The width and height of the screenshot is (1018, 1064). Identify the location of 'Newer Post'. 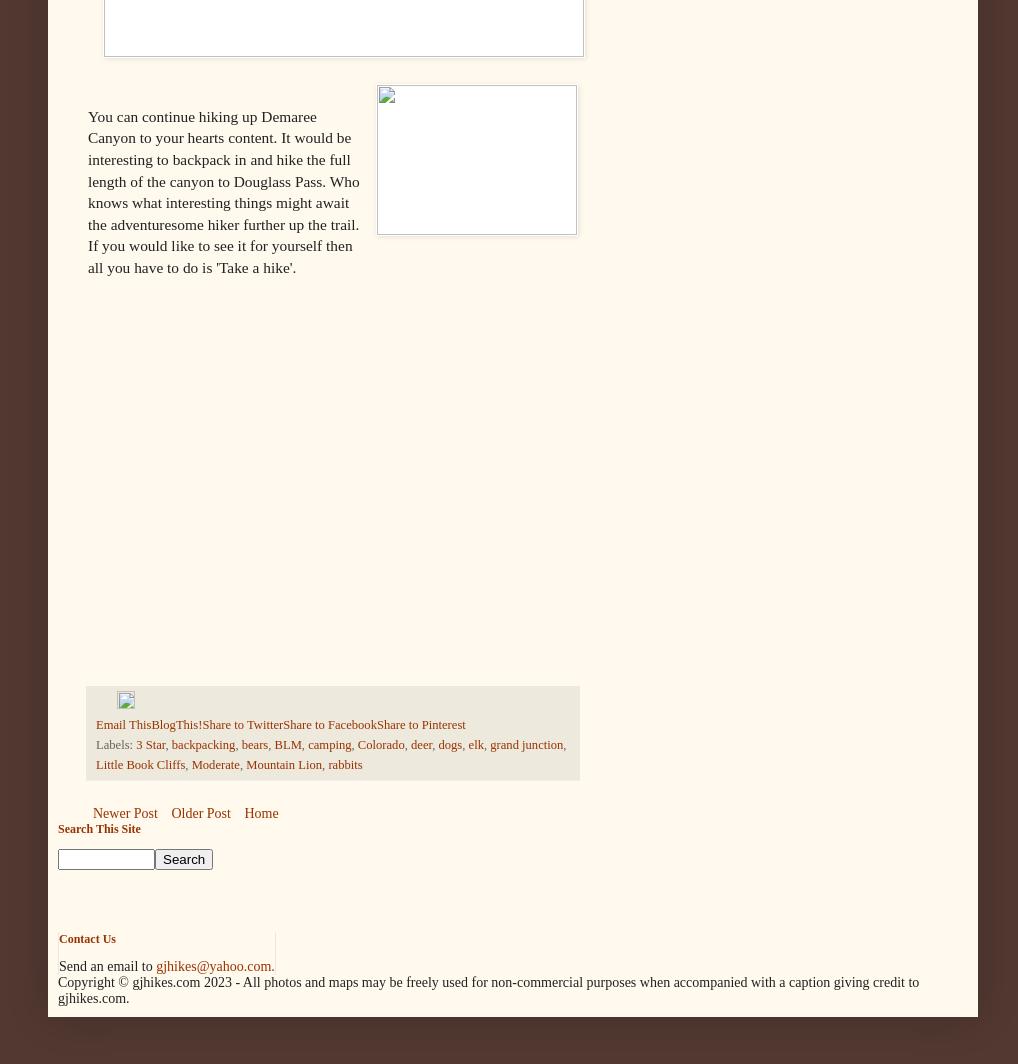
(124, 813).